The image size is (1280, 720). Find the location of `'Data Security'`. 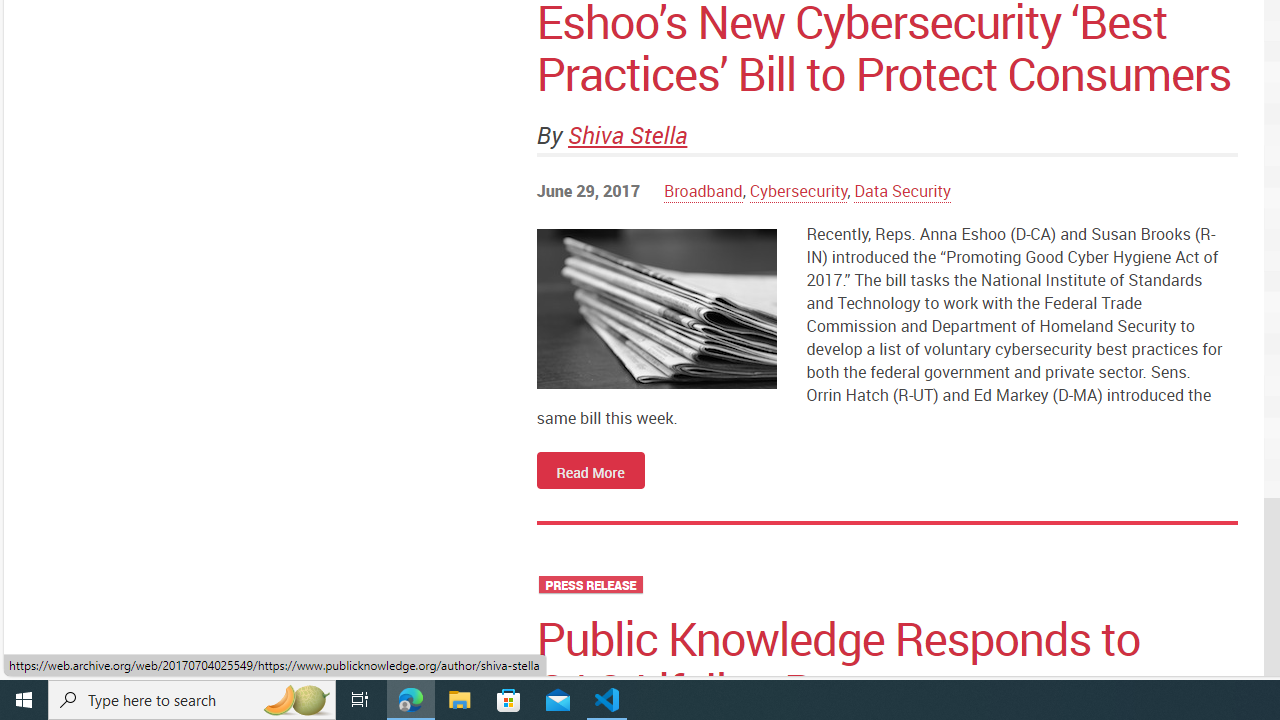

'Data Security' is located at coordinates (902, 191).